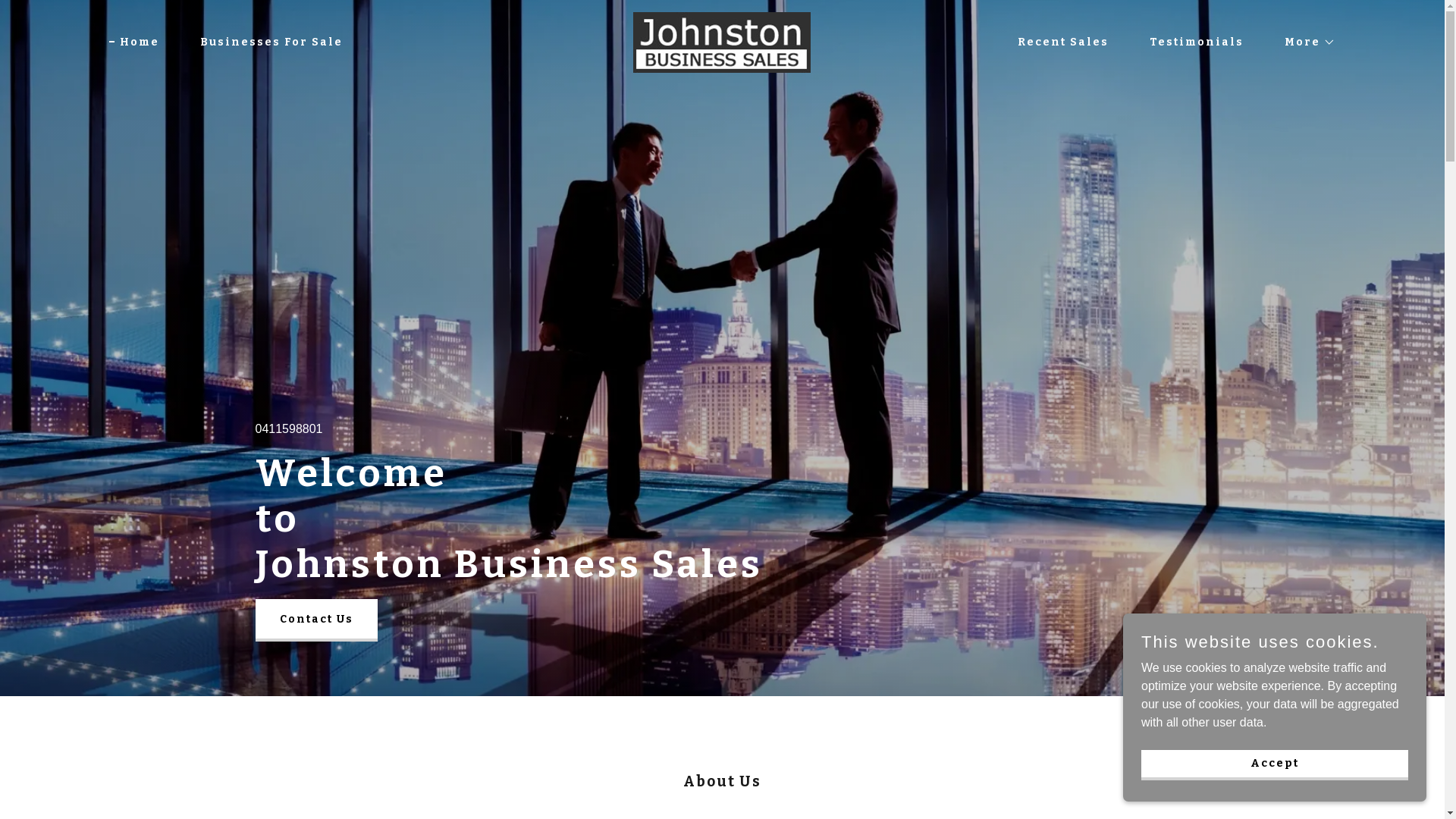 The width and height of the screenshot is (1456, 819). What do you see at coordinates (720, 40) in the screenshot?
I see `'Johnston Business Sales Pty Ltd'` at bounding box center [720, 40].